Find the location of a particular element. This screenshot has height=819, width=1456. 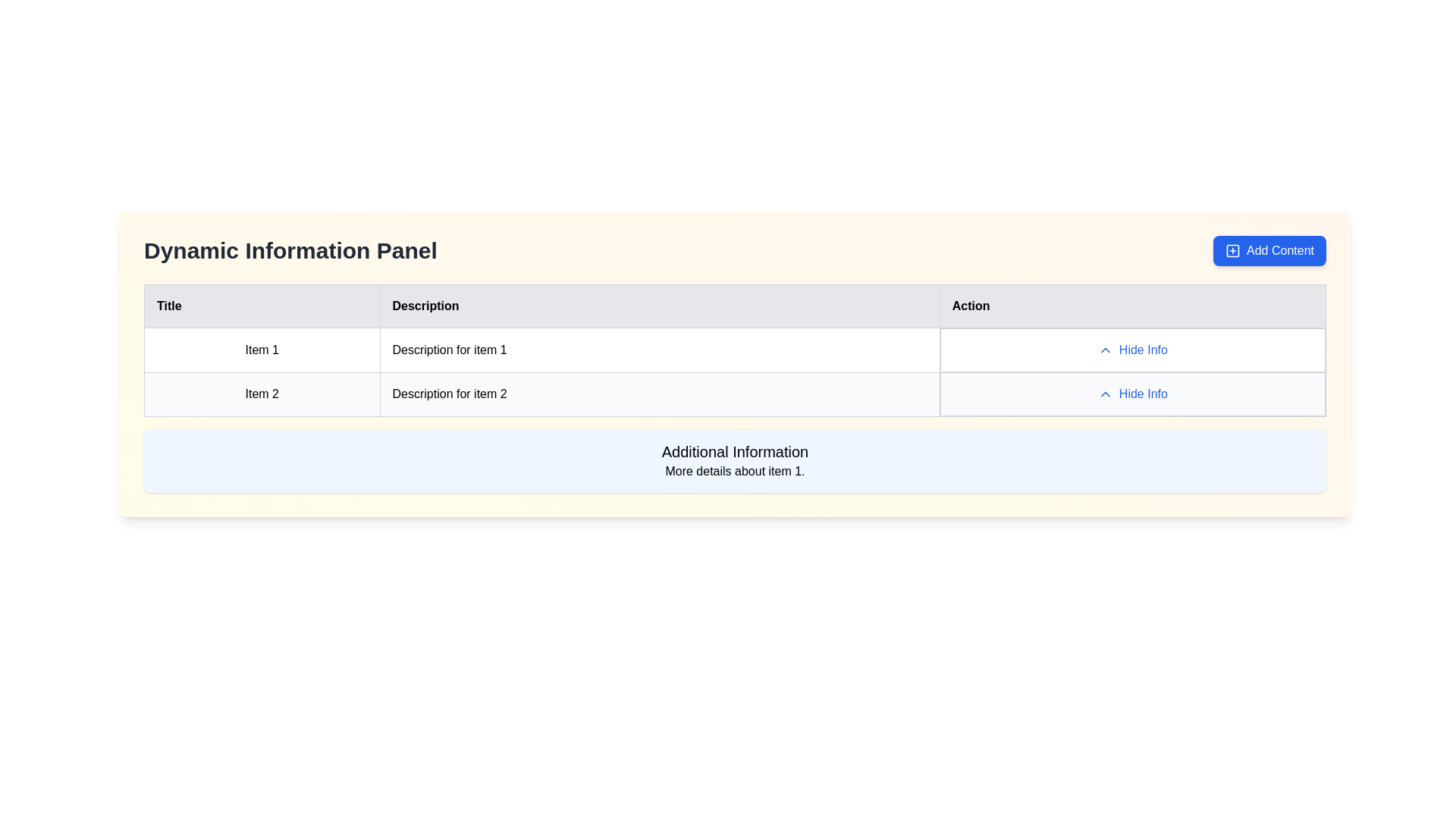

the 'Hide Info' button is located at coordinates (1132, 350).